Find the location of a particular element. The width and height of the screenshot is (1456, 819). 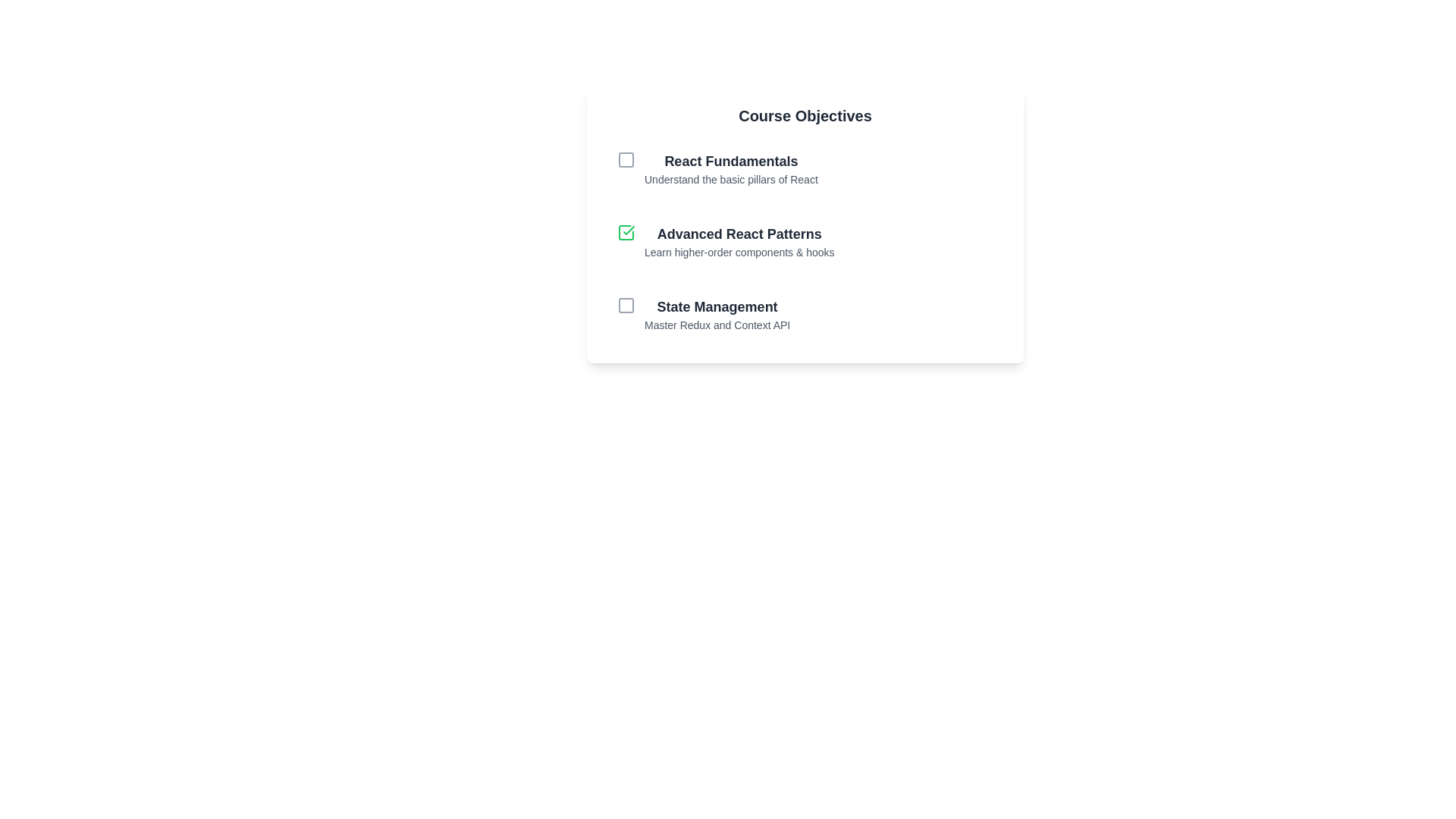

the checkbox for the item labeled State Management is located at coordinates (626, 305).